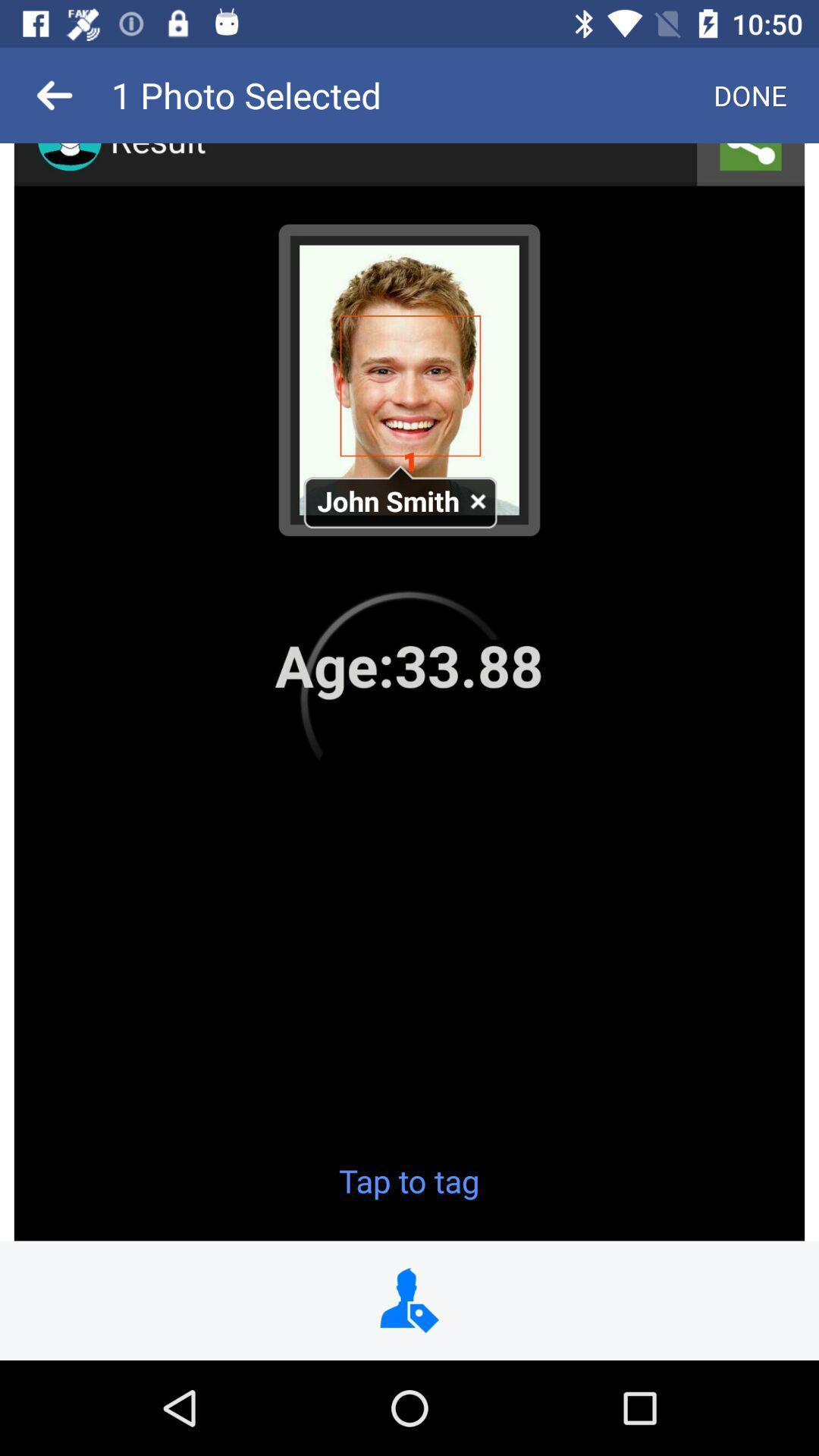 The image size is (819, 1456). What do you see at coordinates (476, 502) in the screenshot?
I see `the close icon` at bounding box center [476, 502].